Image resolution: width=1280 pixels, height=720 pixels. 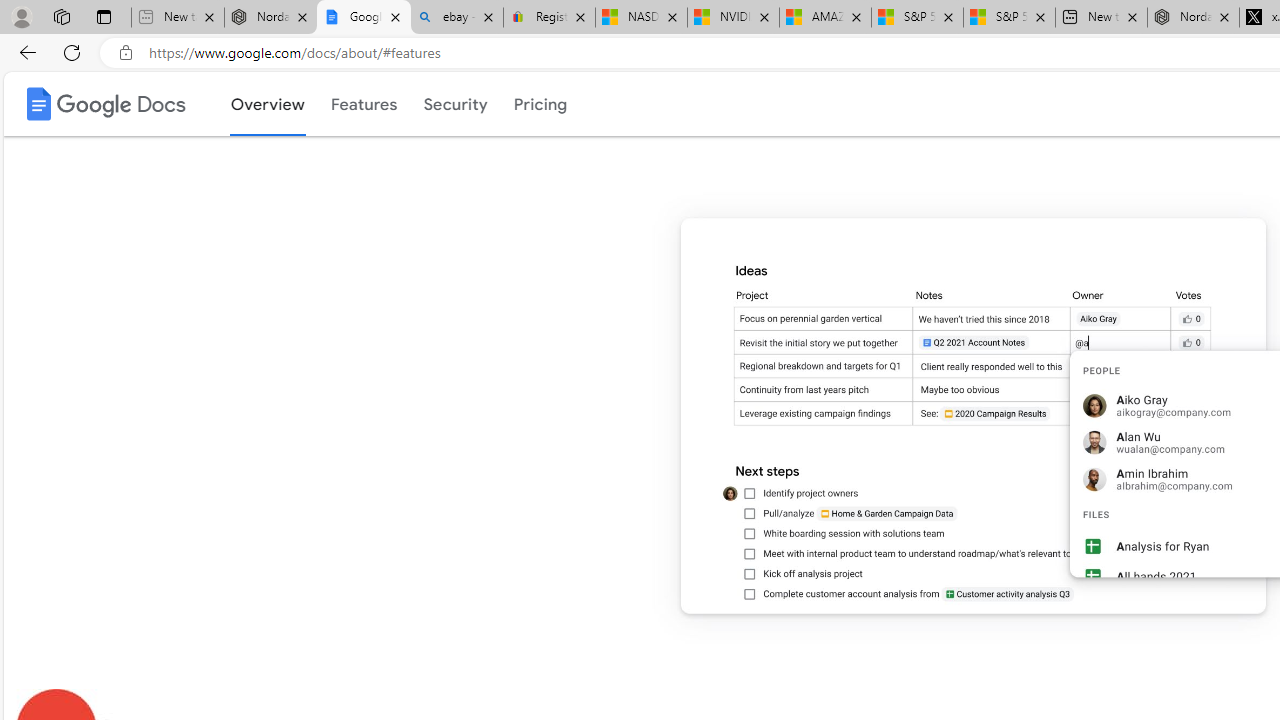 What do you see at coordinates (549, 17) in the screenshot?
I see `'Register: Create a personal eBay account'` at bounding box center [549, 17].